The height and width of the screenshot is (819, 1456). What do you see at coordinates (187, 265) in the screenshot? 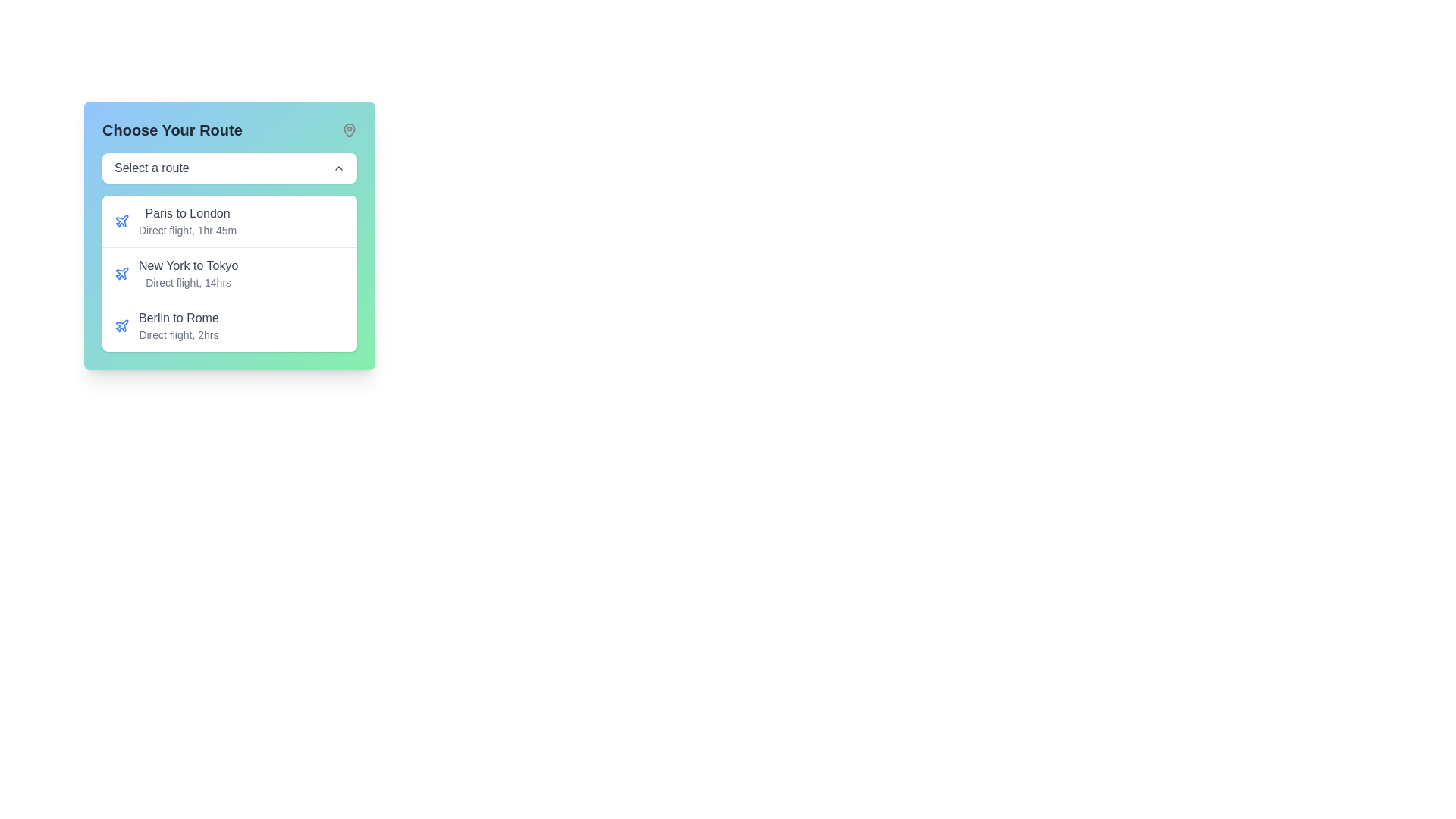
I see `text label indicating the flight route from New York to Tokyo, positioned between 'Paris to London' and 'Berlin to Rome' in the dropdown list` at bounding box center [187, 265].